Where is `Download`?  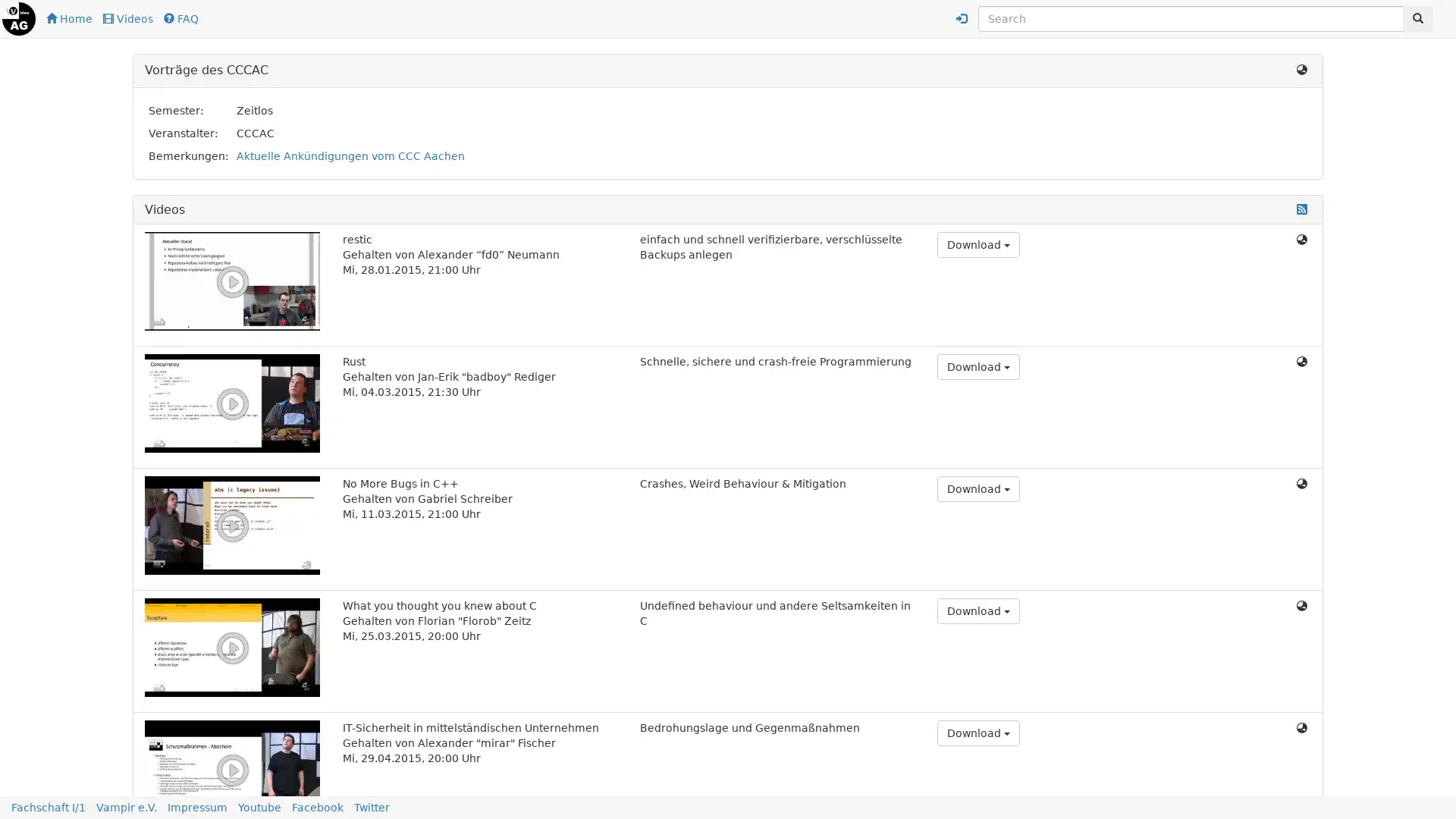
Download is located at coordinates (978, 733).